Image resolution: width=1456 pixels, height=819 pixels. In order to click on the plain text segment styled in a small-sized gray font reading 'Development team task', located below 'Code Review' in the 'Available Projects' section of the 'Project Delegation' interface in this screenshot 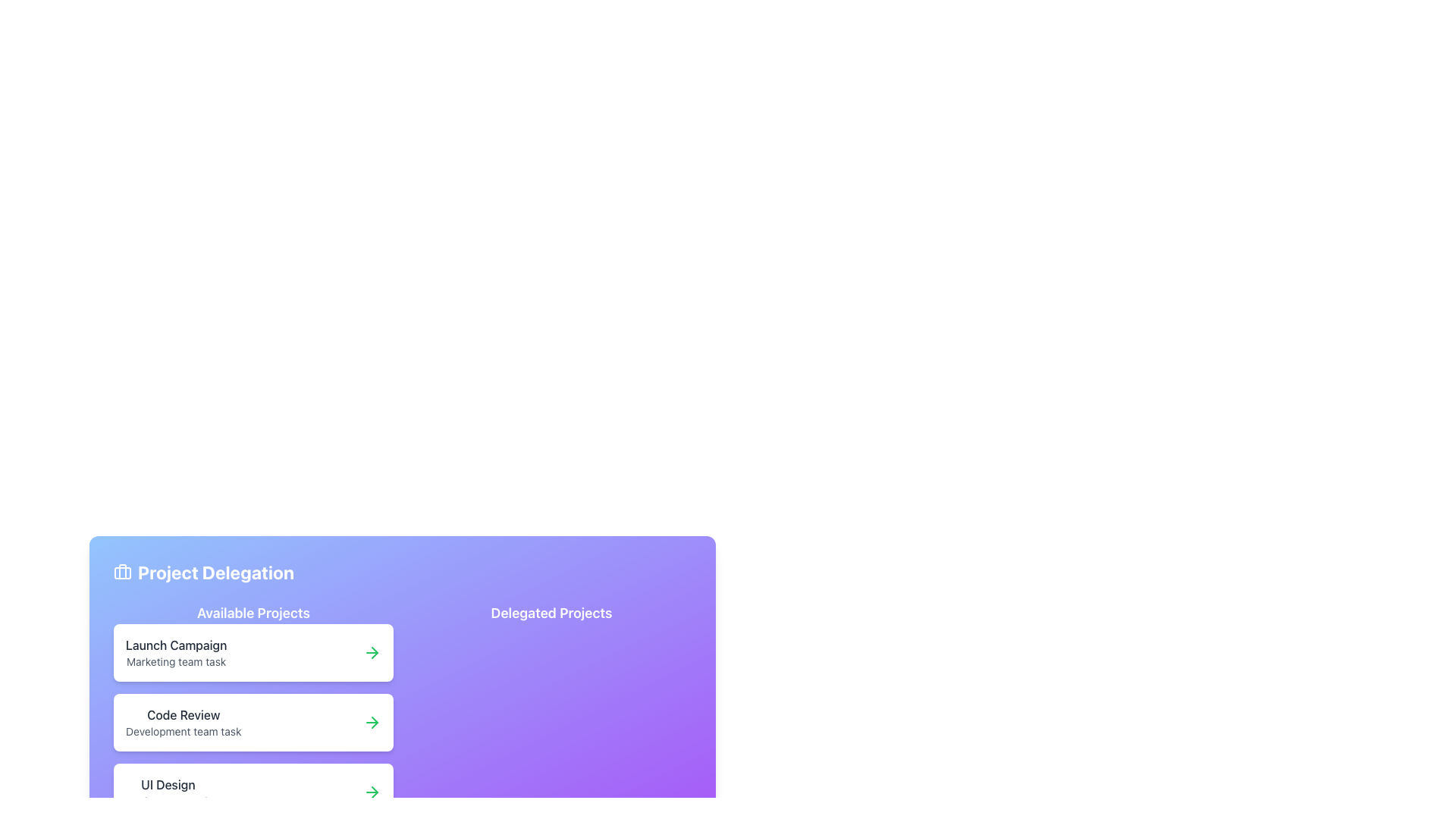, I will do `click(183, 730)`.